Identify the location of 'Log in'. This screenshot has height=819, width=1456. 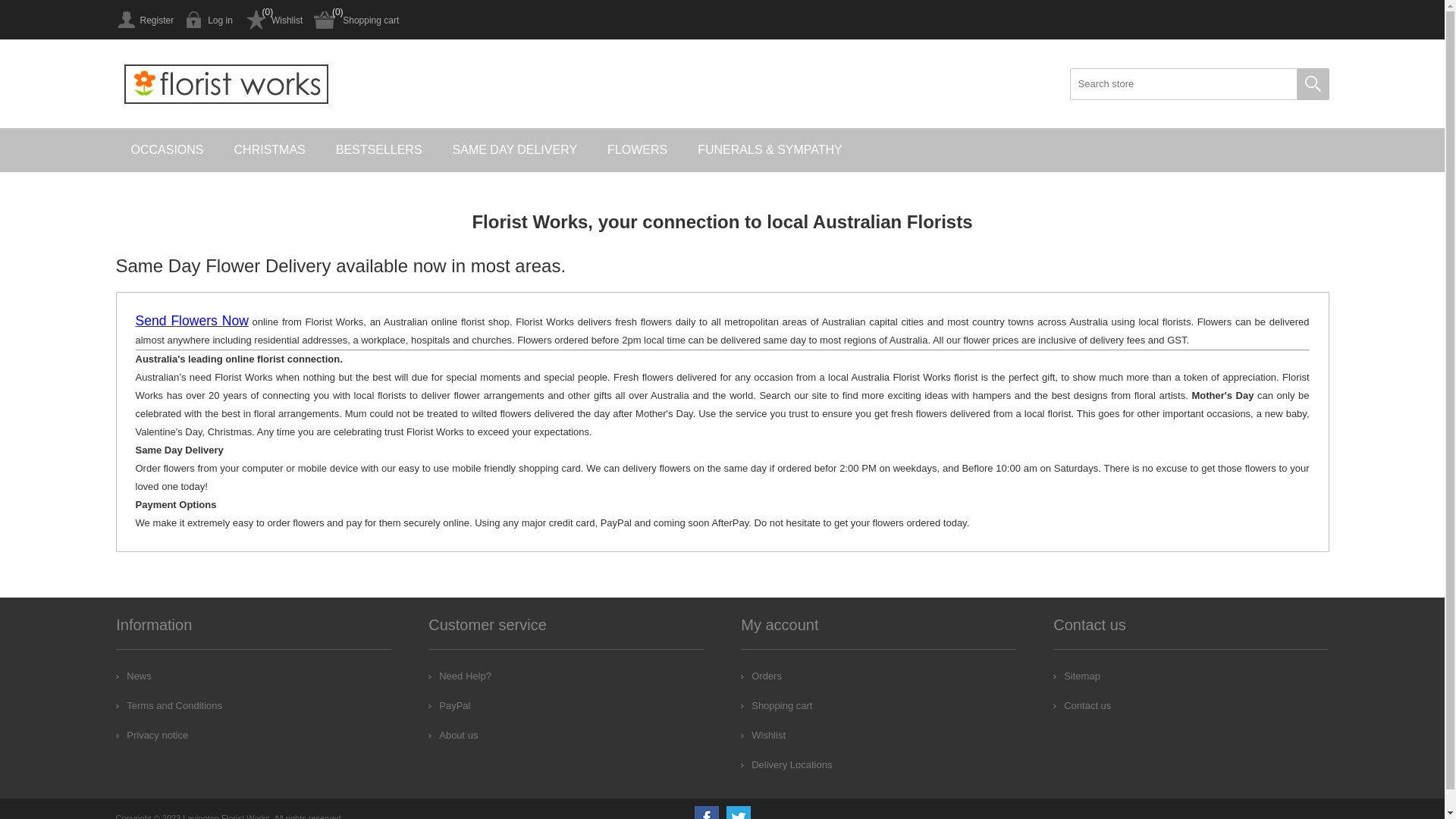
(208, 20).